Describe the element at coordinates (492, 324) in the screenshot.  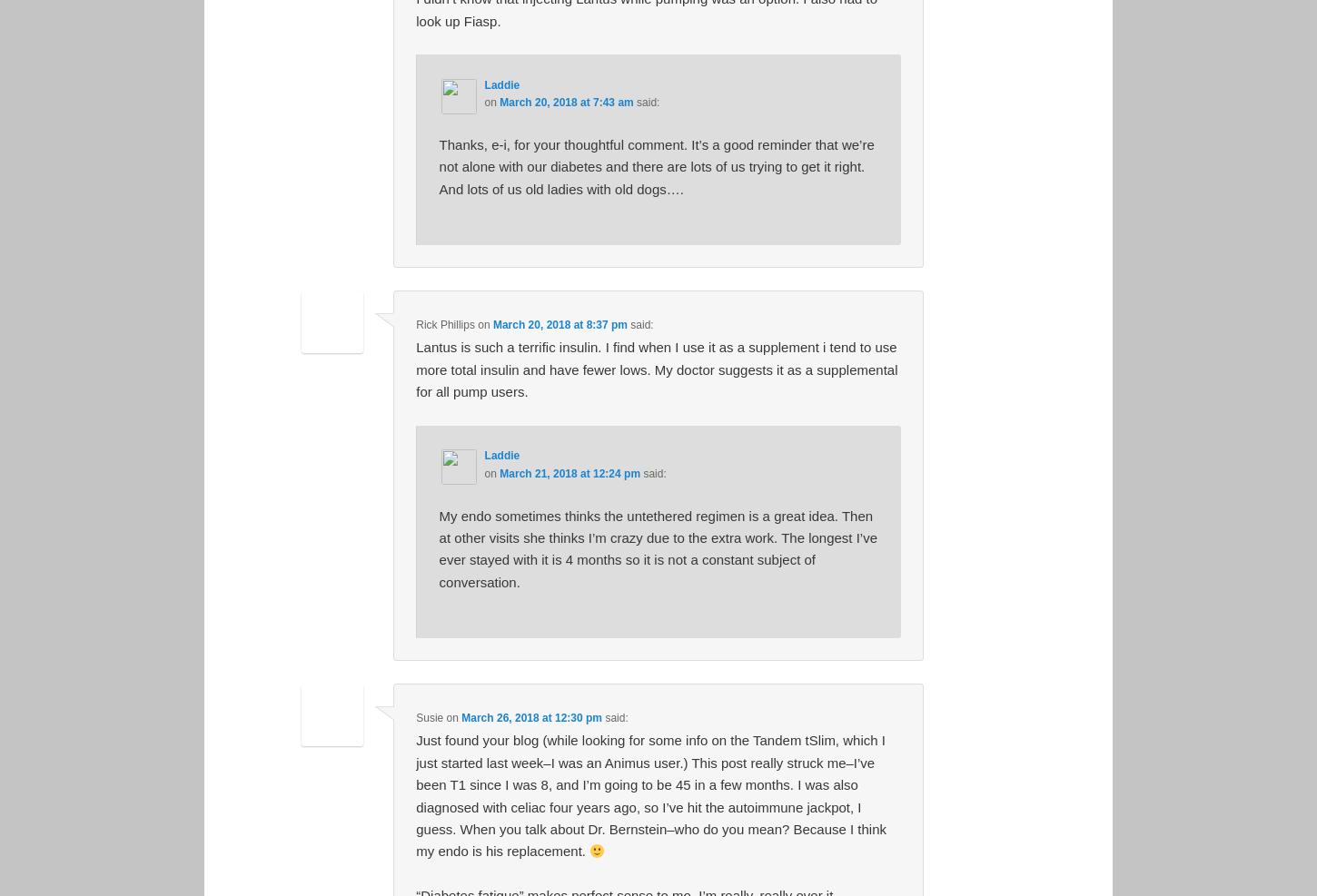
I see `'March 20, 2018 at 8:37 pm'` at that location.